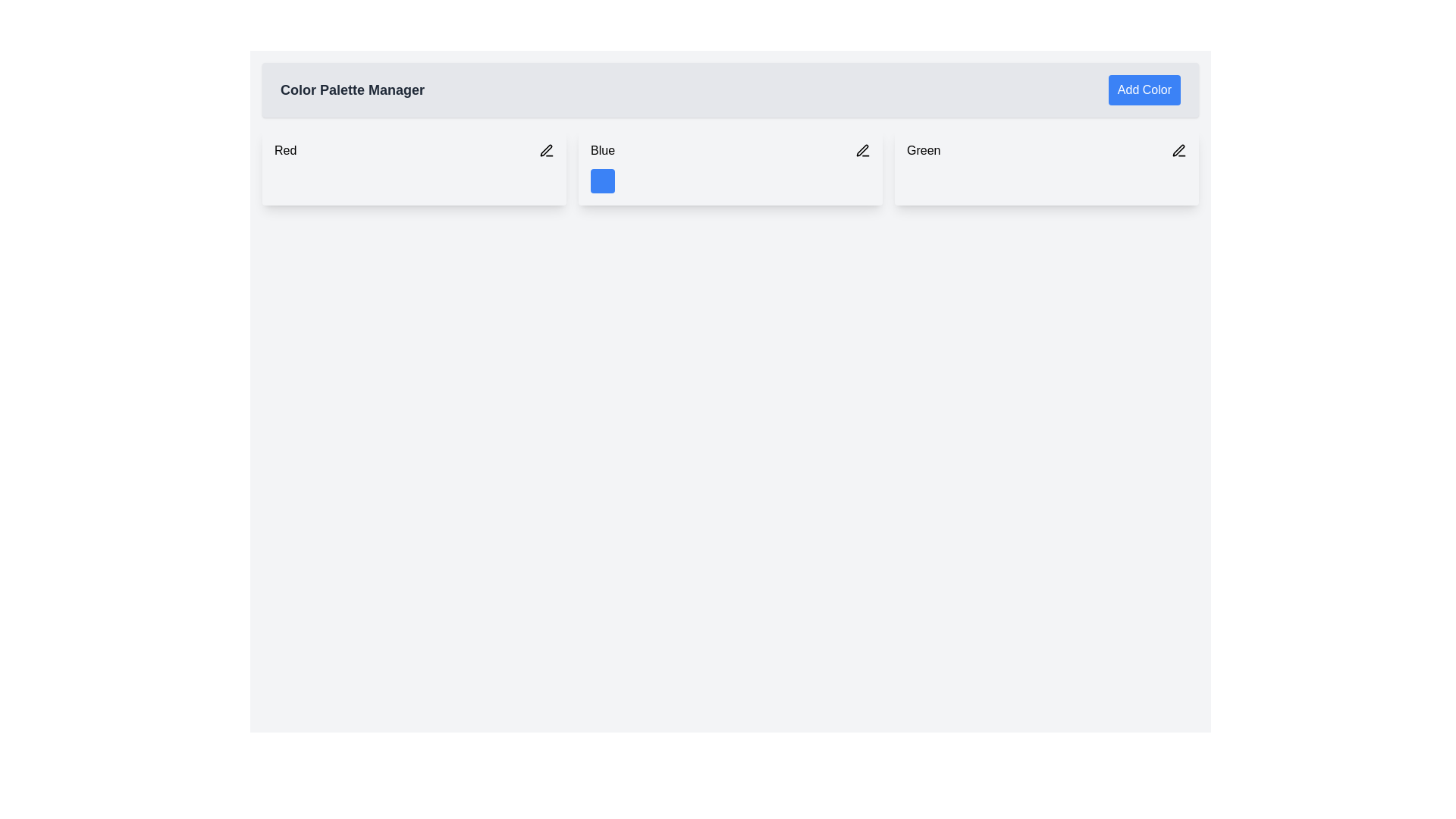 The height and width of the screenshot is (819, 1456). Describe the element at coordinates (1178, 151) in the screenshot. I see `the edit Icon button located in the top-right corner of the 'Green' color panel, next to the text label 'Green'` at that location.